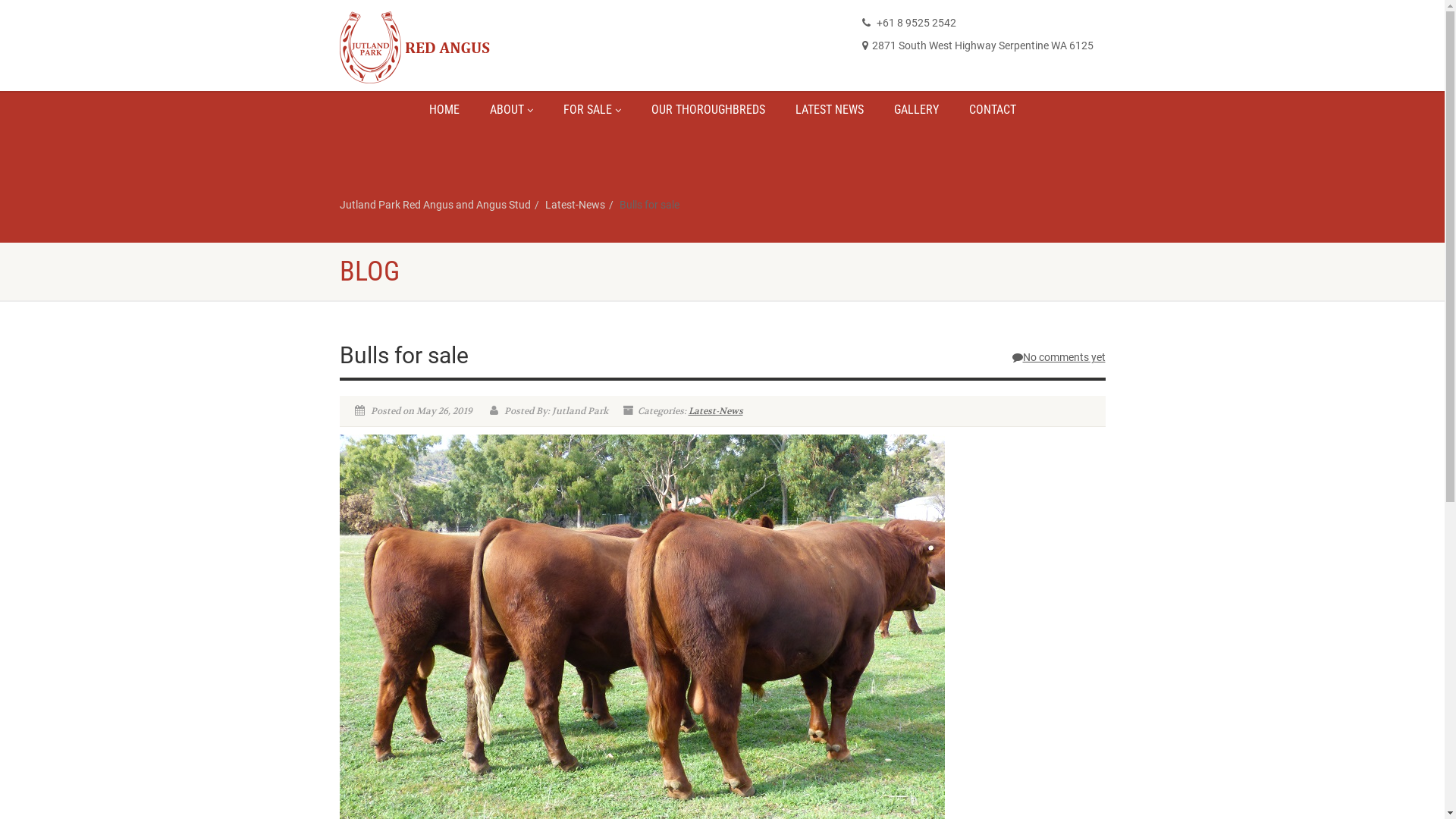 The height and width of the screenshot is (819, 1456). What do you see at coordinates (993, 109) in the screenshot?
I see `'CONTACT'` at bounding box center [993, 109].